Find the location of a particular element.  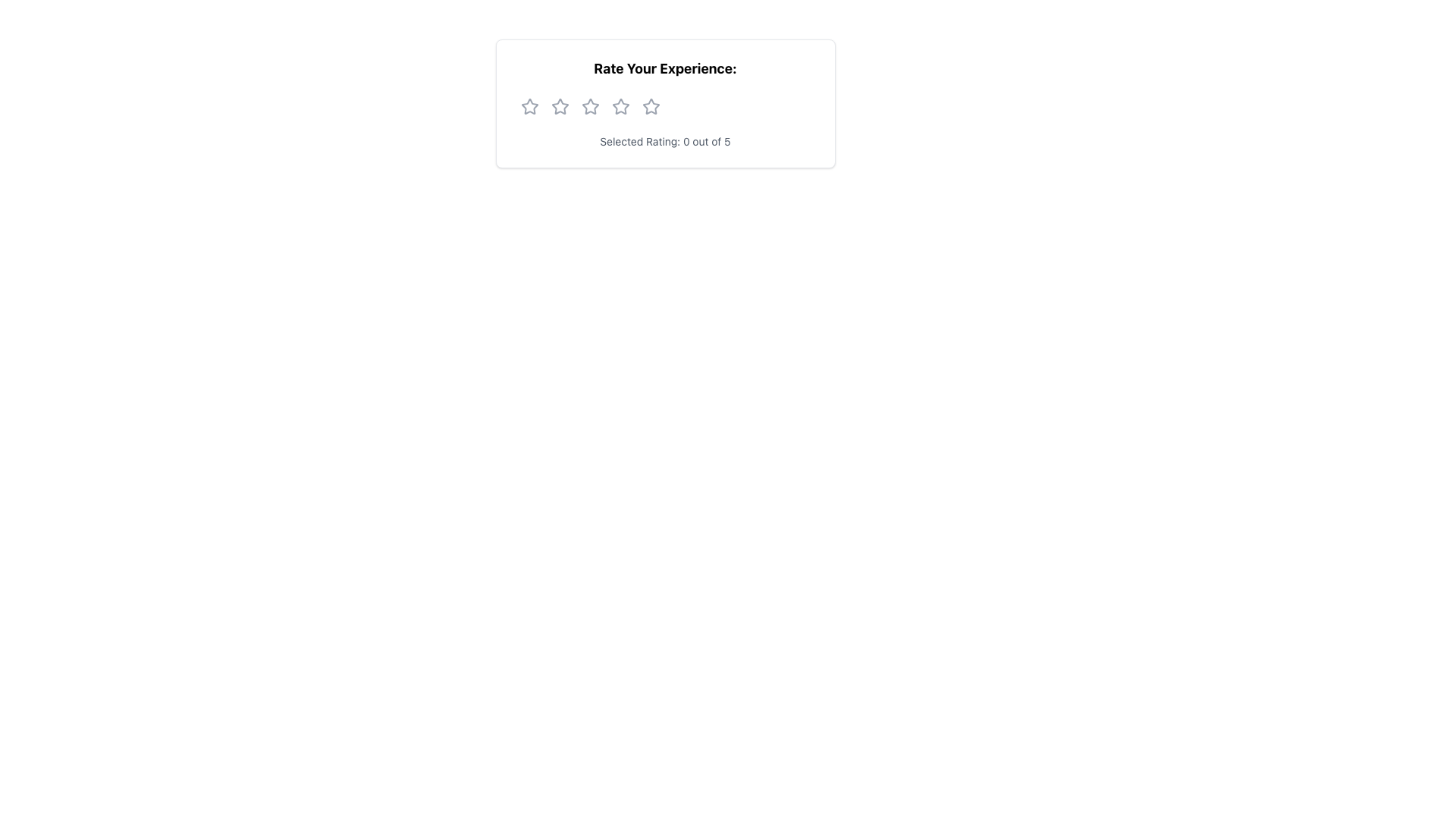

the fourth star in the 5-star rating system to assign a rating of 4 is located at coordinates (651, 106).